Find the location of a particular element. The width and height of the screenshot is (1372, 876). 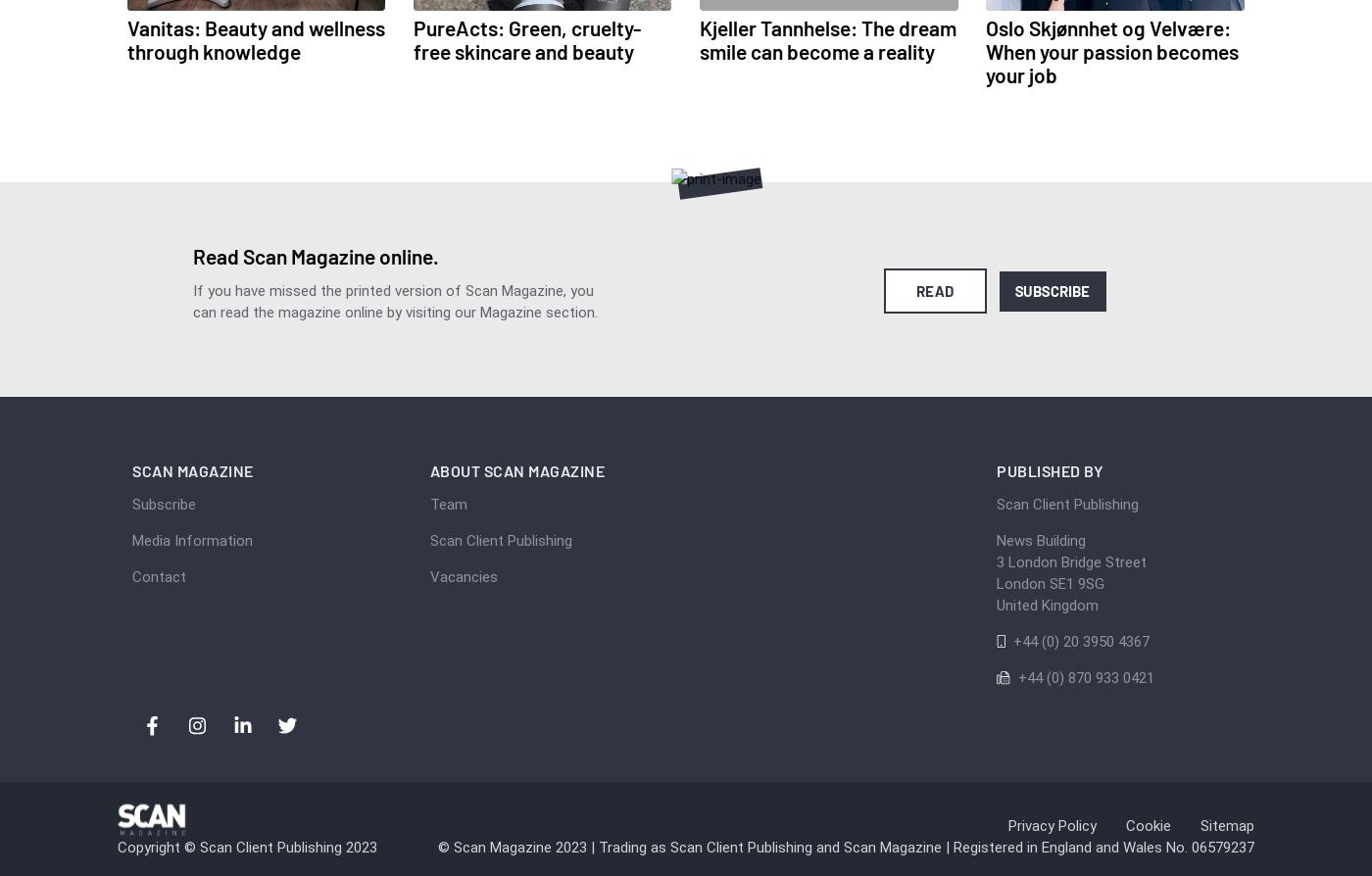

'© Scan Magazine 2023 | Trading as Scan Client Publishing and Scan Magazine | Registered in England and Wales No. 06579237' is located at coordinates (846, 847).